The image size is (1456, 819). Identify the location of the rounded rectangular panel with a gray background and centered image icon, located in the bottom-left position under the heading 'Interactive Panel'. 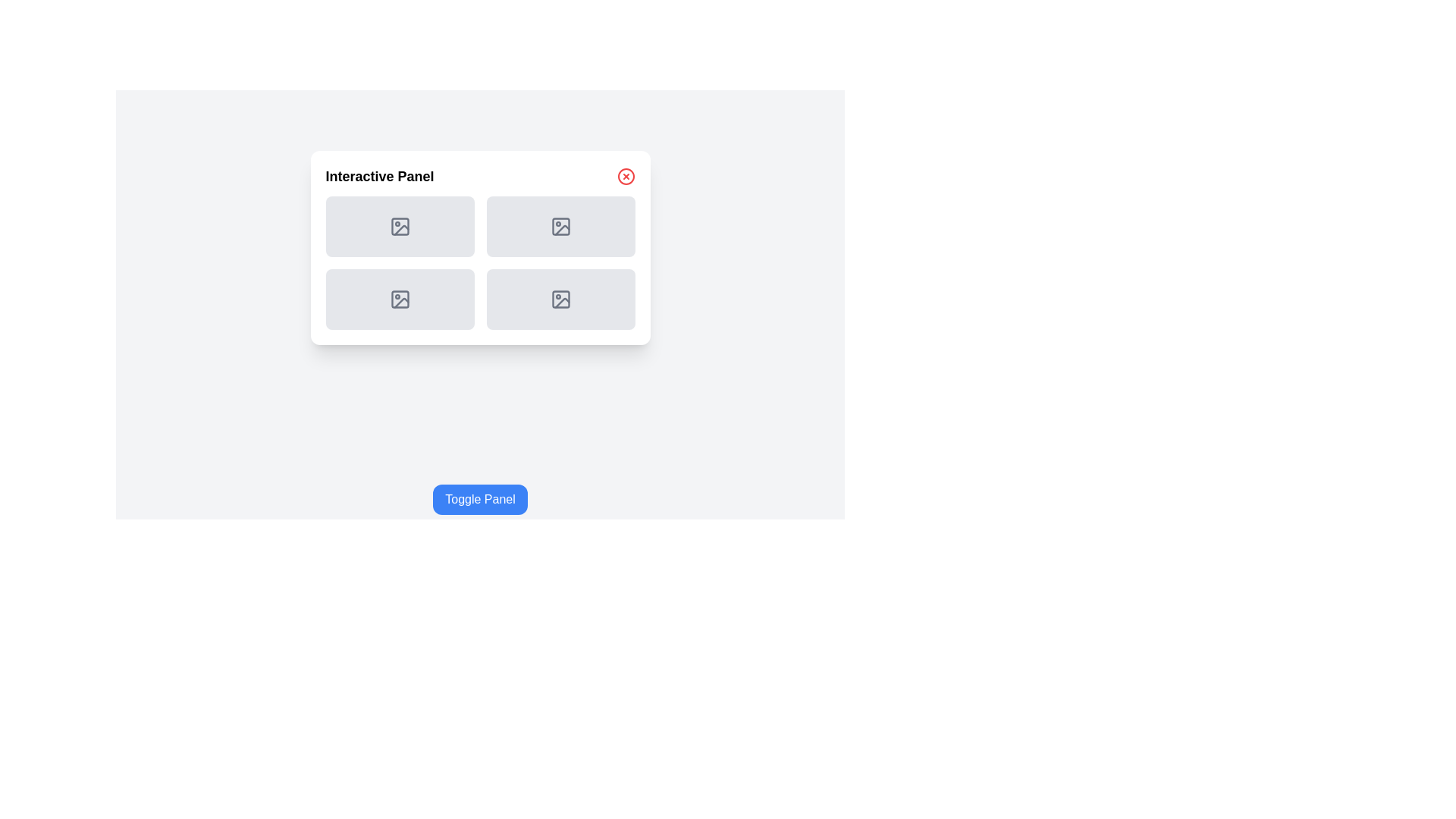
(400, 299).